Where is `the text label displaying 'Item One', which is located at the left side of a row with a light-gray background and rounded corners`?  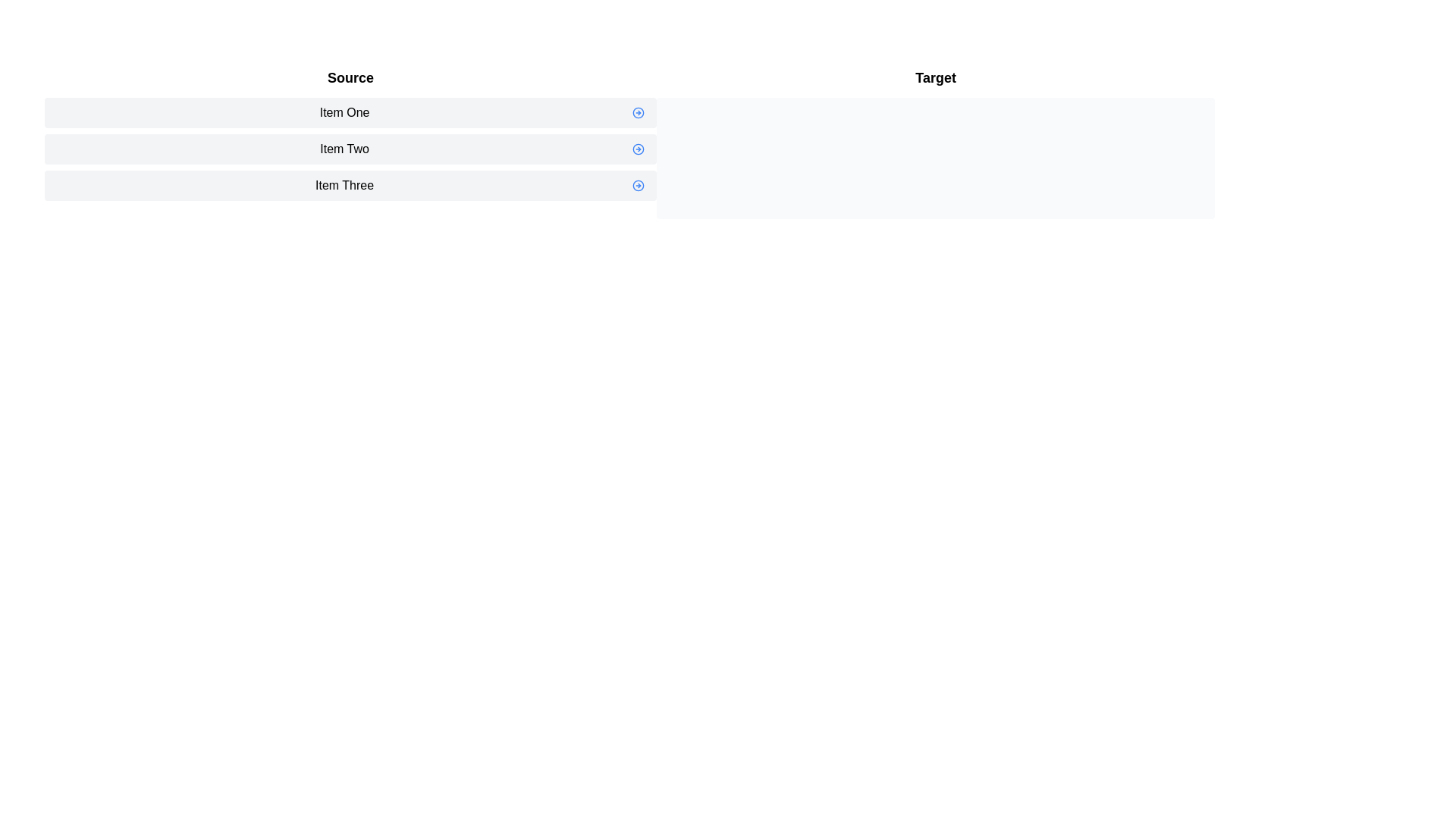 the text label displaying 'Item One', which is located at the left side of a row with a light-gray background and rounded corners is located at coordinates (344, 112).